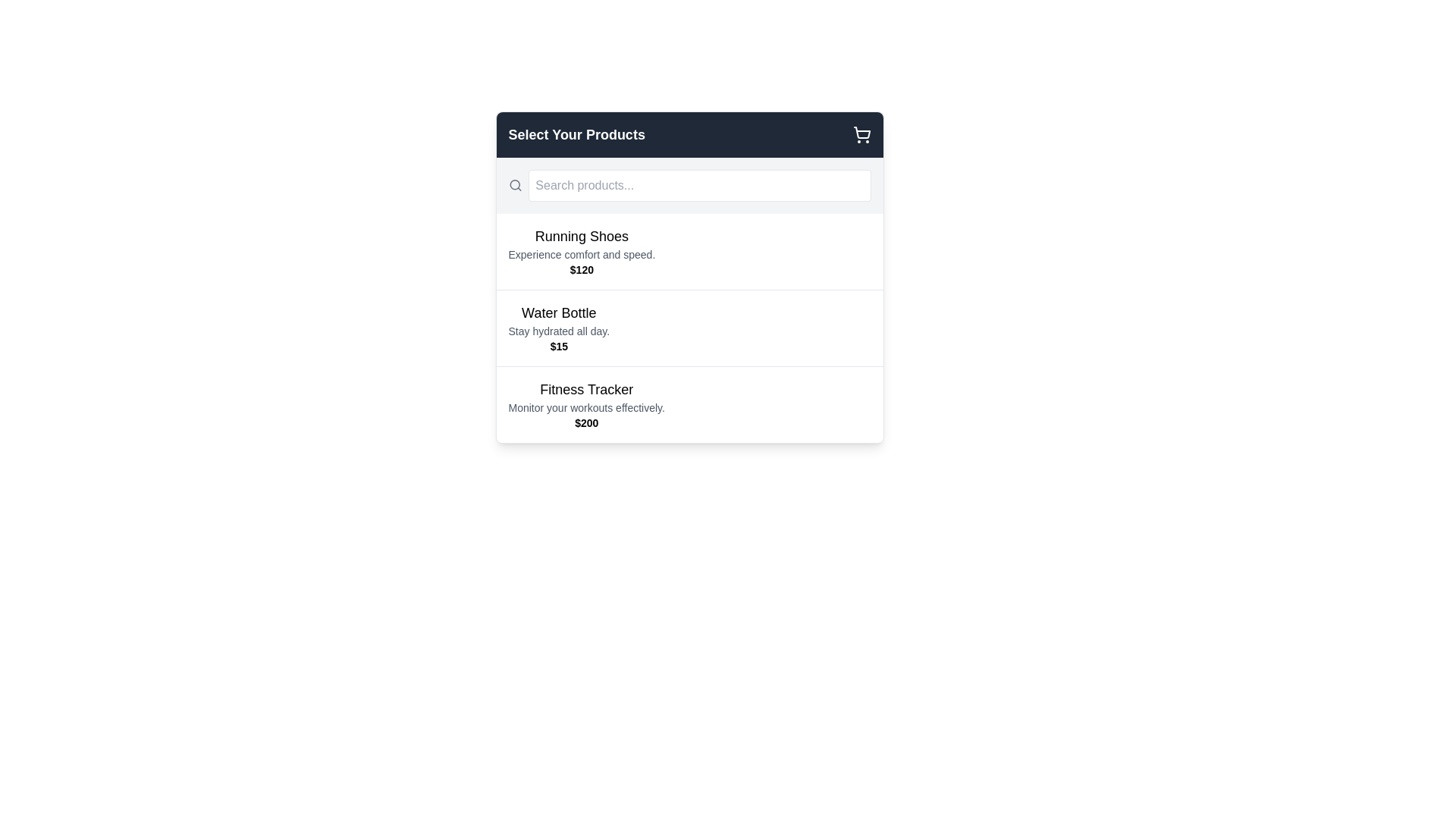 Image resolution: width=1456 pixels, height=819 pixels. What do you see at coordinates (689, 327) in the screenshot?
I see `the second interactive product item` at bounding box center [689, 327].